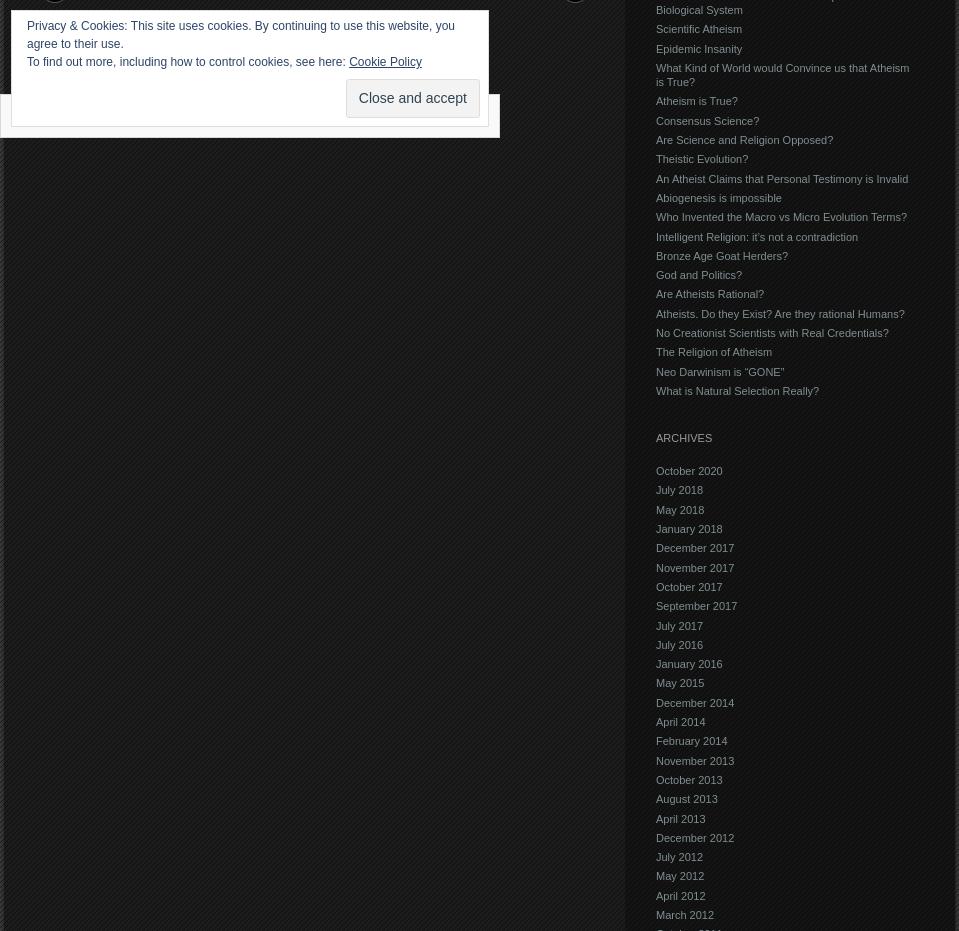 Image resolution: width=959 pixels, height=931 pixels. Describe the element at coordinates (655, 565) in the screenshot. I see `'November 2017'` at that location.